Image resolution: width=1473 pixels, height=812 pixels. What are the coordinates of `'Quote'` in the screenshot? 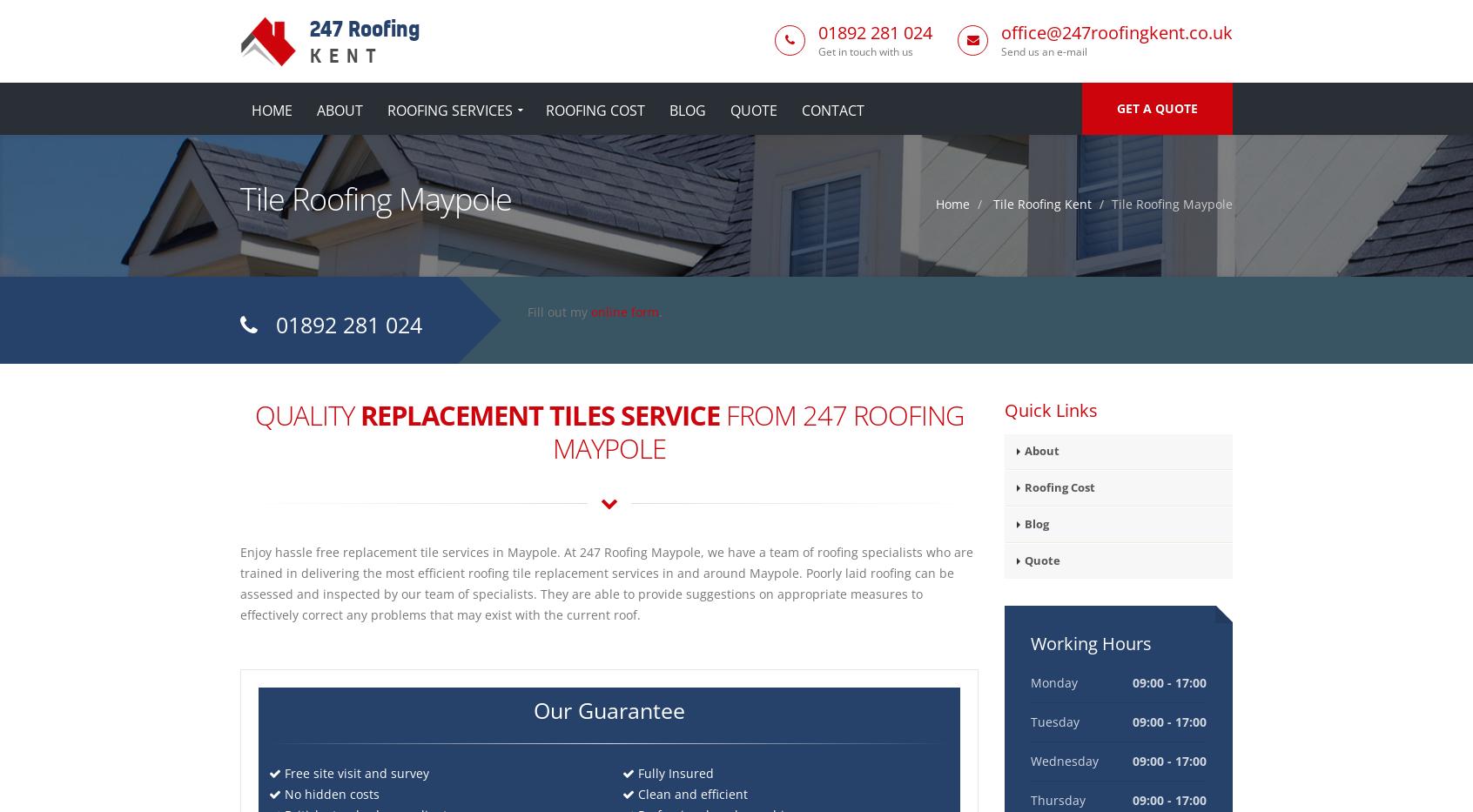 It's located at (1040, 560).